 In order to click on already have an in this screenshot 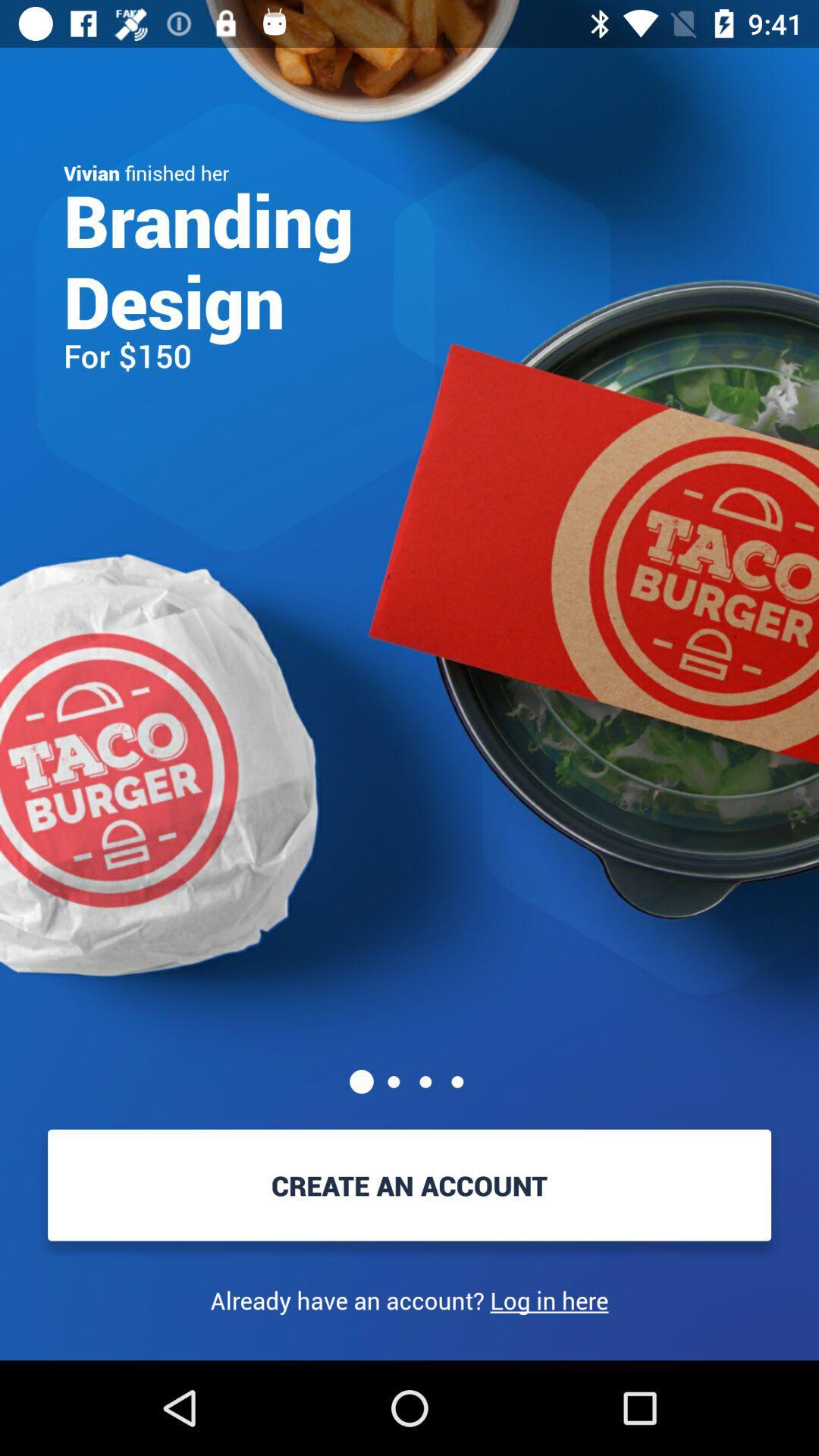, I will do `click(409, 1300)`.